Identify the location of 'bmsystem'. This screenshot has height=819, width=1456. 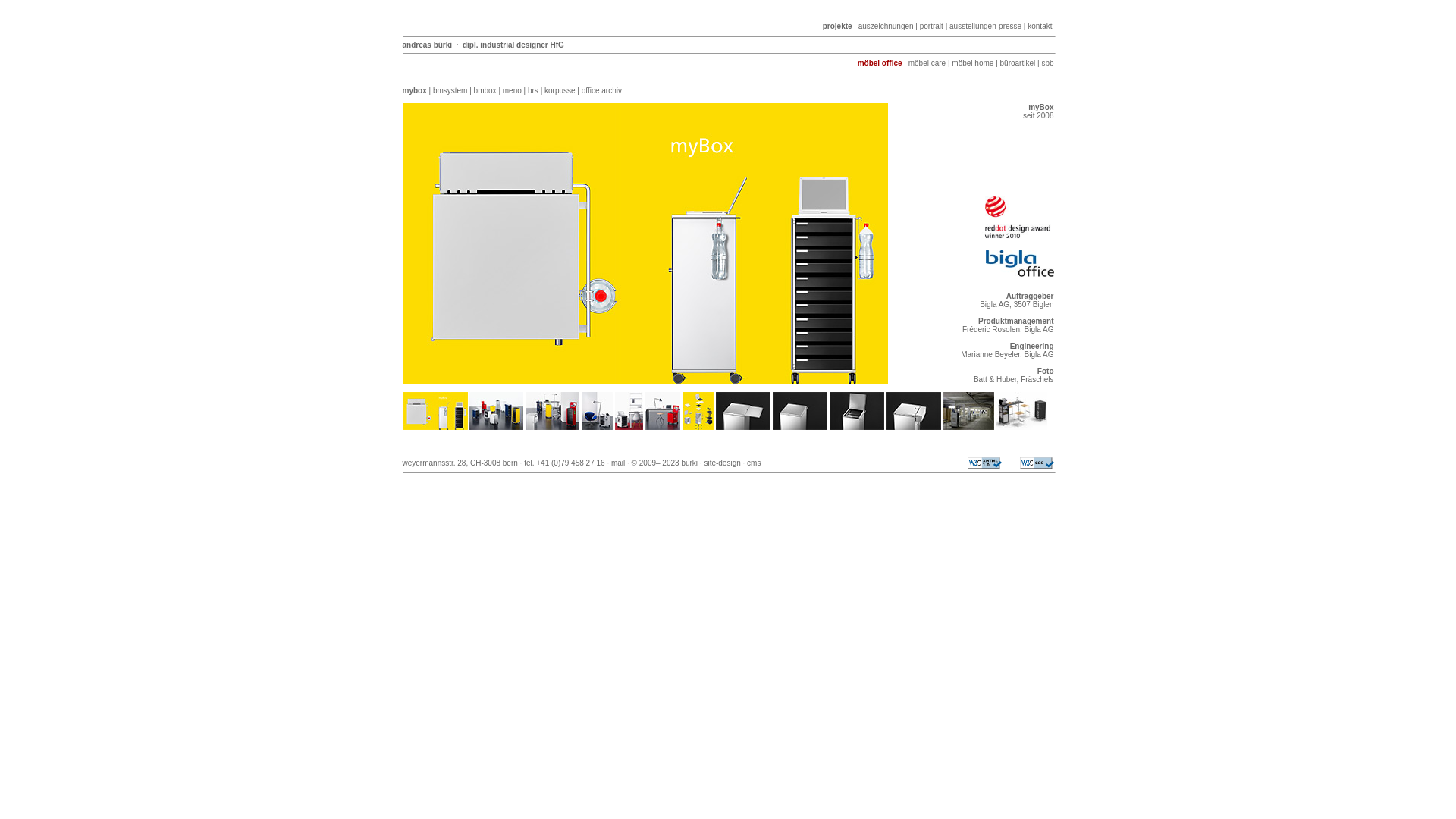
(450, 90).